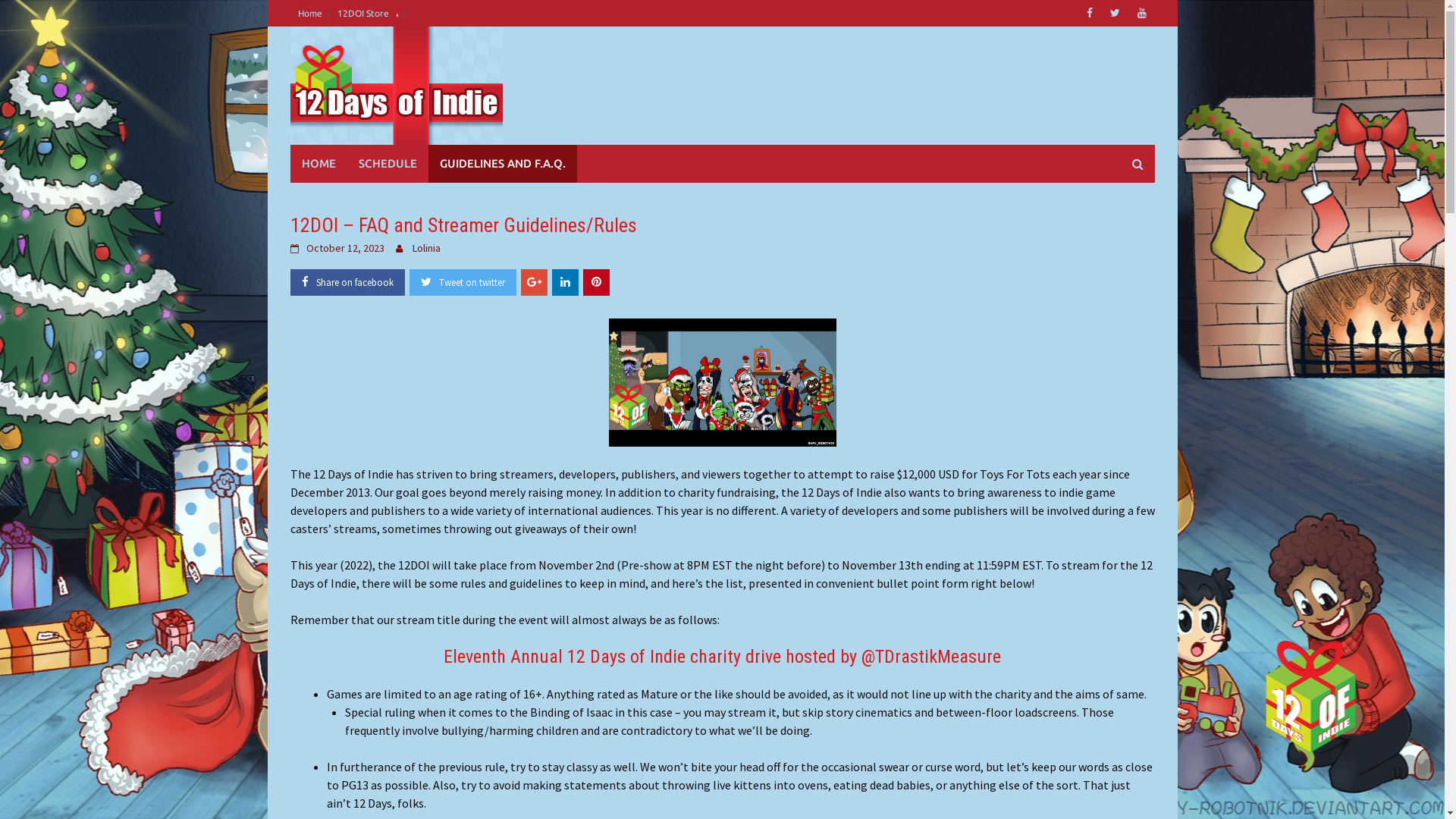 The image size is (1456, 819). I want to click on 'Lolinia', so click(425, 247).